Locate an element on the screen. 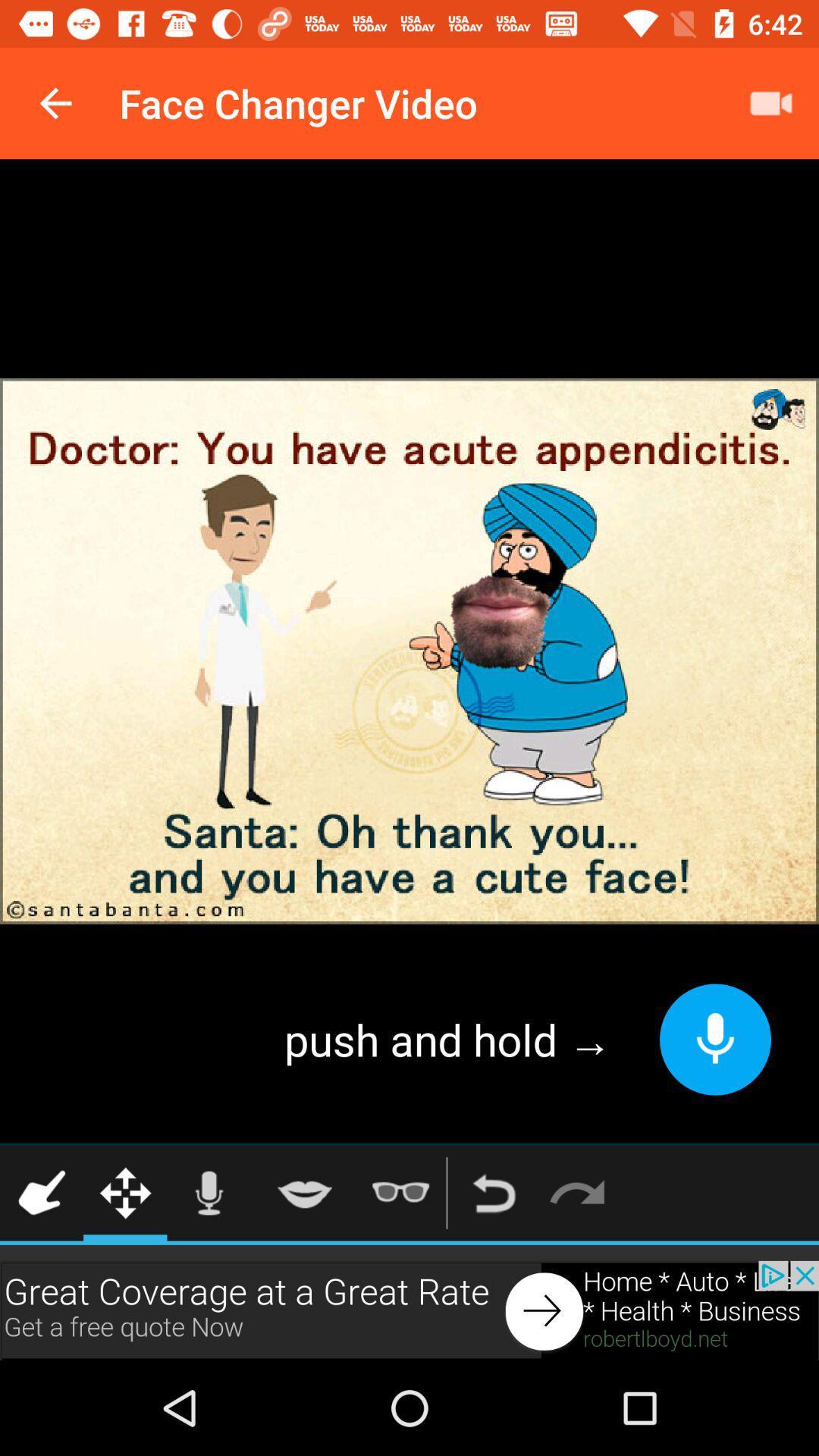 This screenshot has height=1456, width=819. the undo icon is located at coordinates (494, 1192).